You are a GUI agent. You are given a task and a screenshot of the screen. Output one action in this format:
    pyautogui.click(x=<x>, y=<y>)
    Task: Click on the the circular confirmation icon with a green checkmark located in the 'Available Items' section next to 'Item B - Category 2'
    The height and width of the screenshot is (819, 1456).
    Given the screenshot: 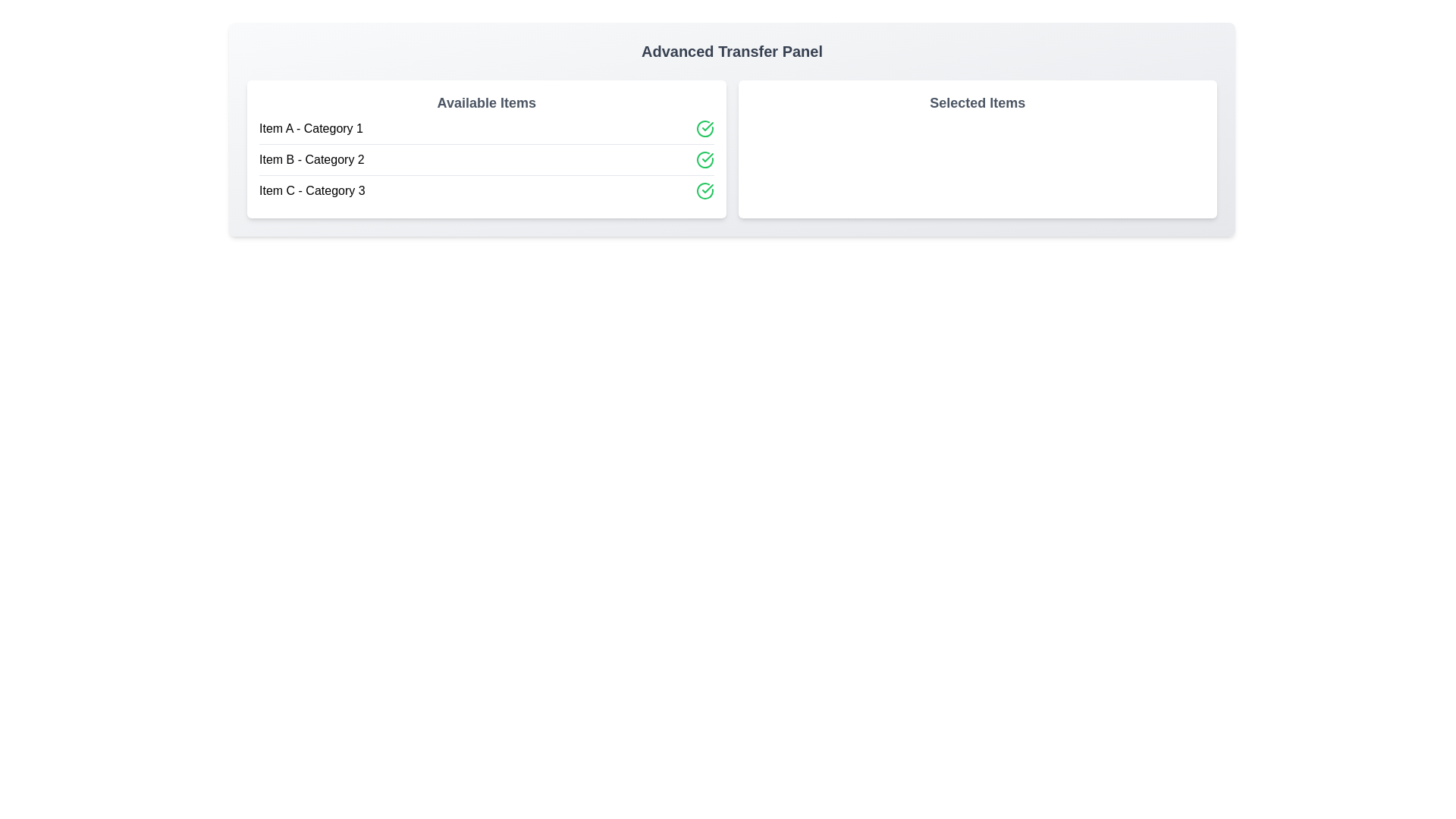 What is the action you would take?
    pyautogui.click(x=704, y=127)
    